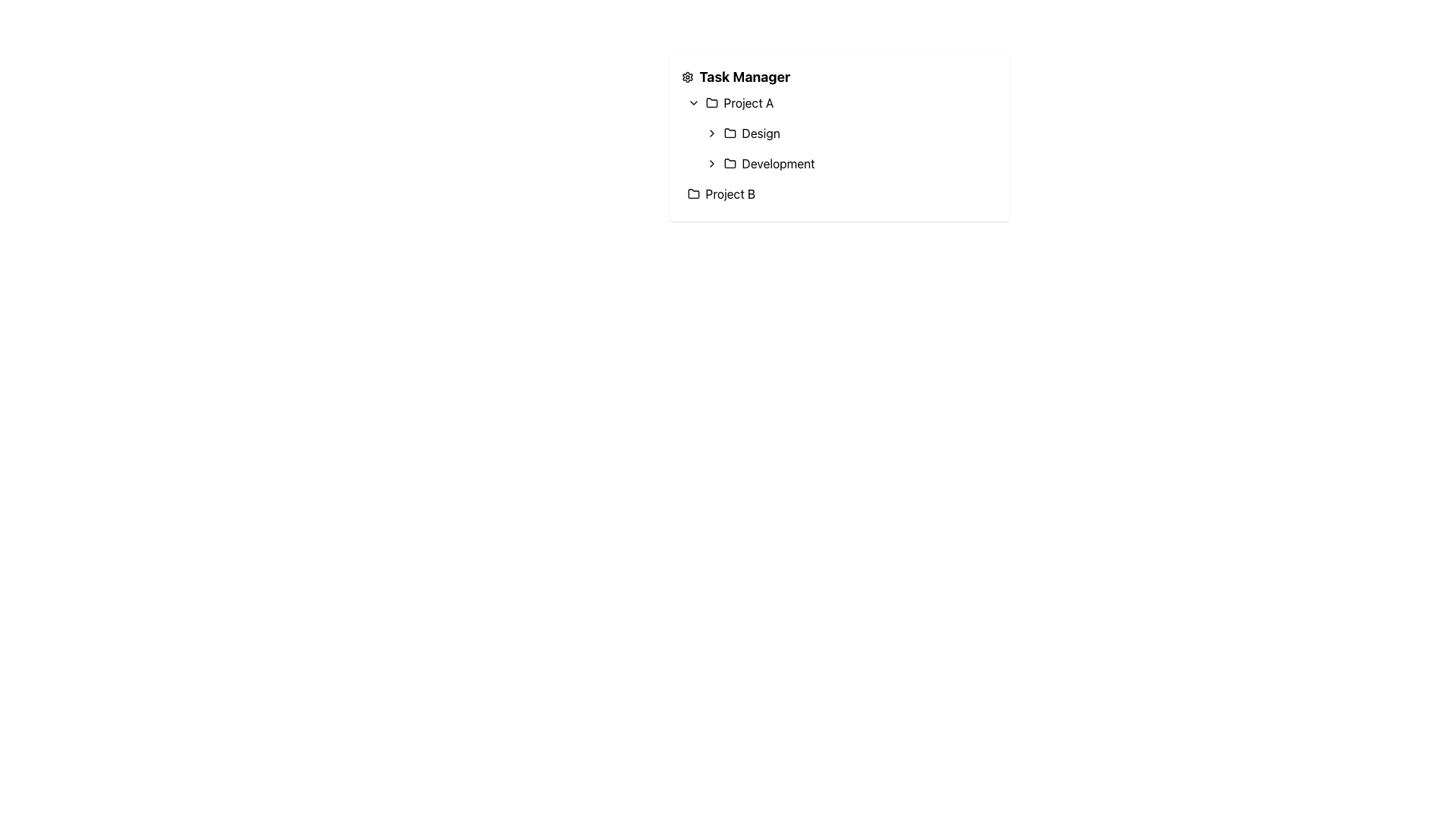 The width and height of the screenshot is (1456, 819). I want to click on the hierarchical list component item, so click(838, 137).